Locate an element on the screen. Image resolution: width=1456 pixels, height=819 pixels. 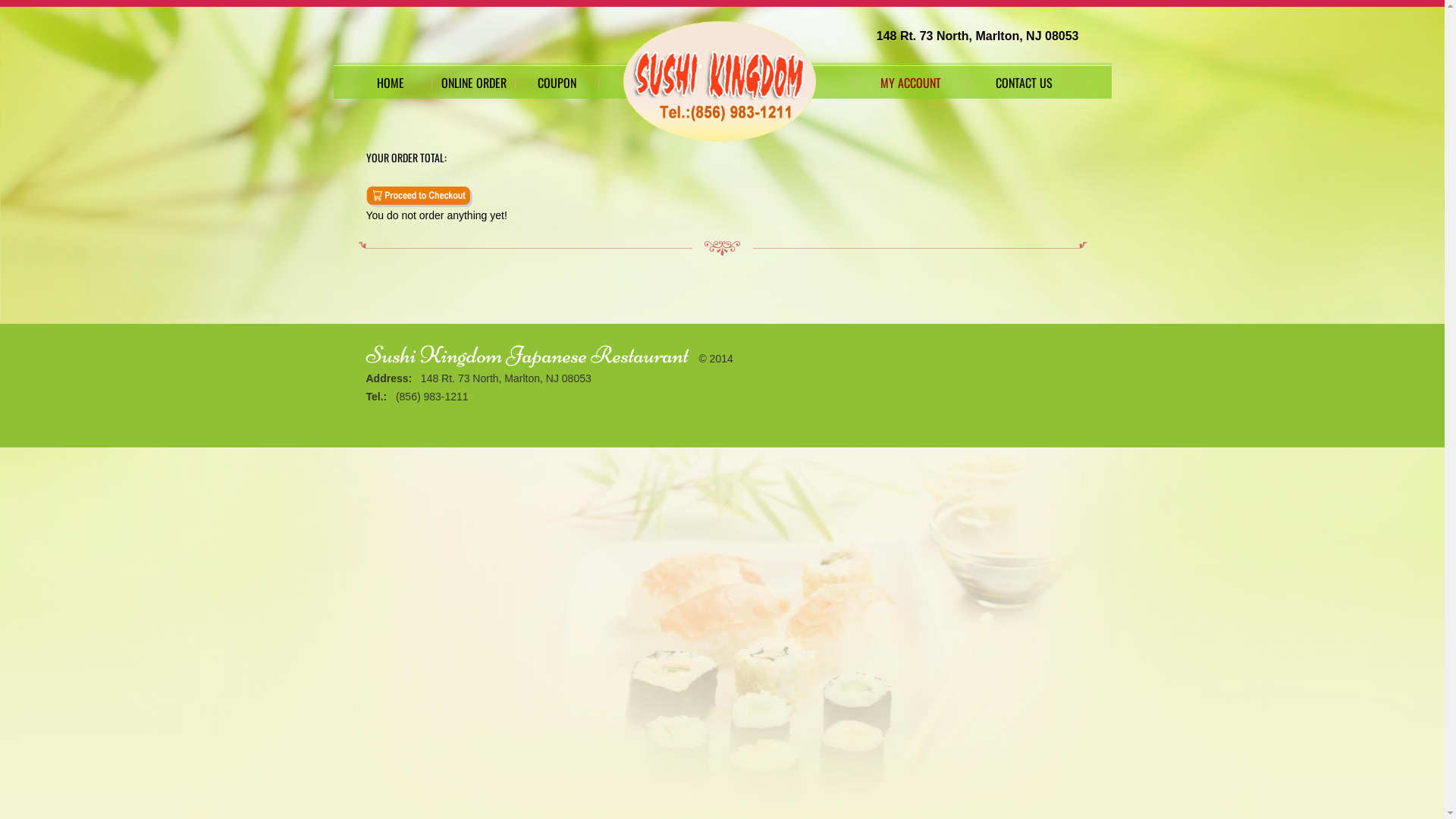
'HOME' is located at coordinates (348, 82).